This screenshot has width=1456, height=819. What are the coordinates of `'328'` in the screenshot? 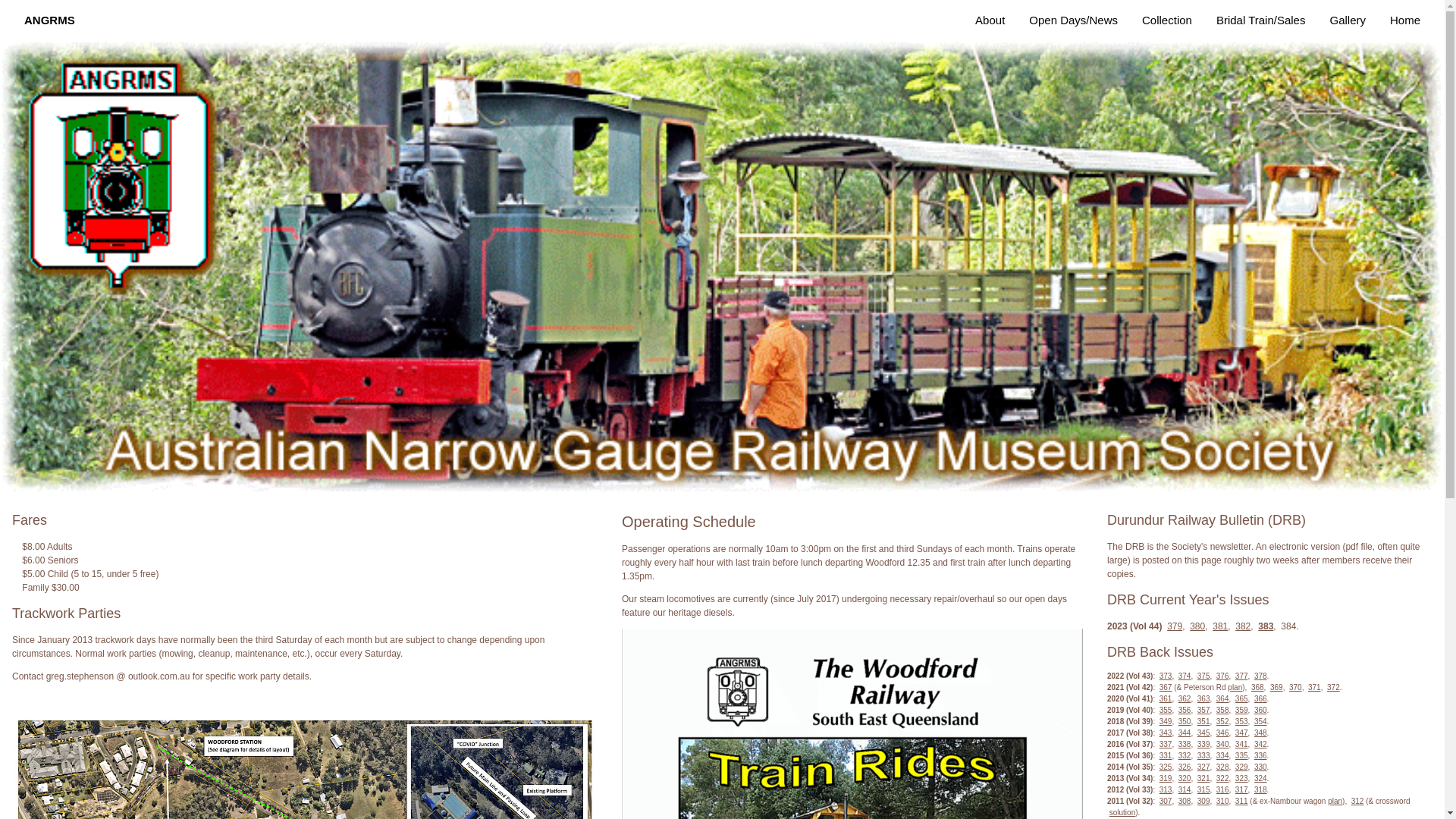 It's located at (1222, 767).